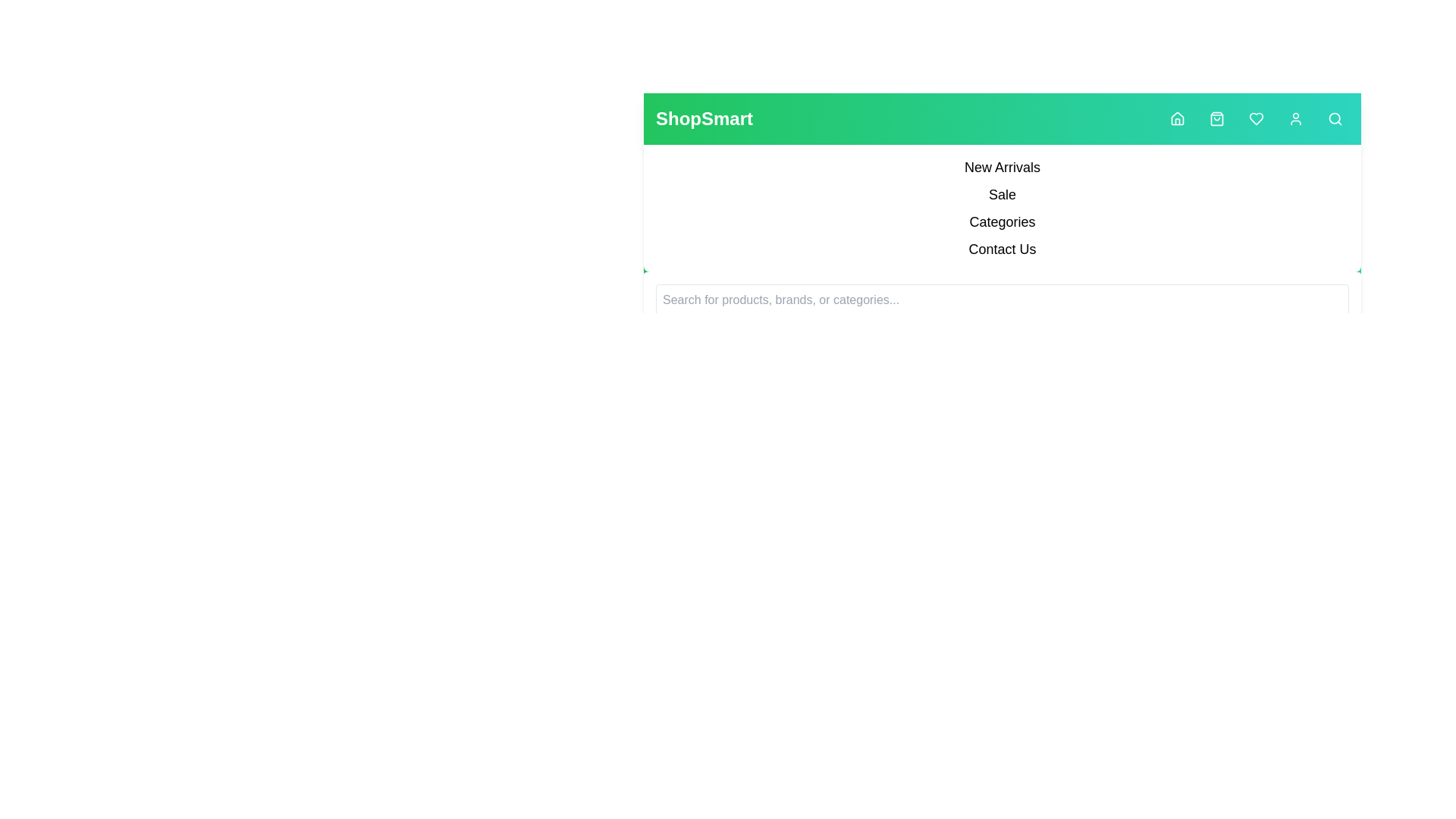  What do you see at coordinates (1335, 118) in the screenshot?
I see `the search bar toggle button to change its visibility` at bounding box center [1335, 118].